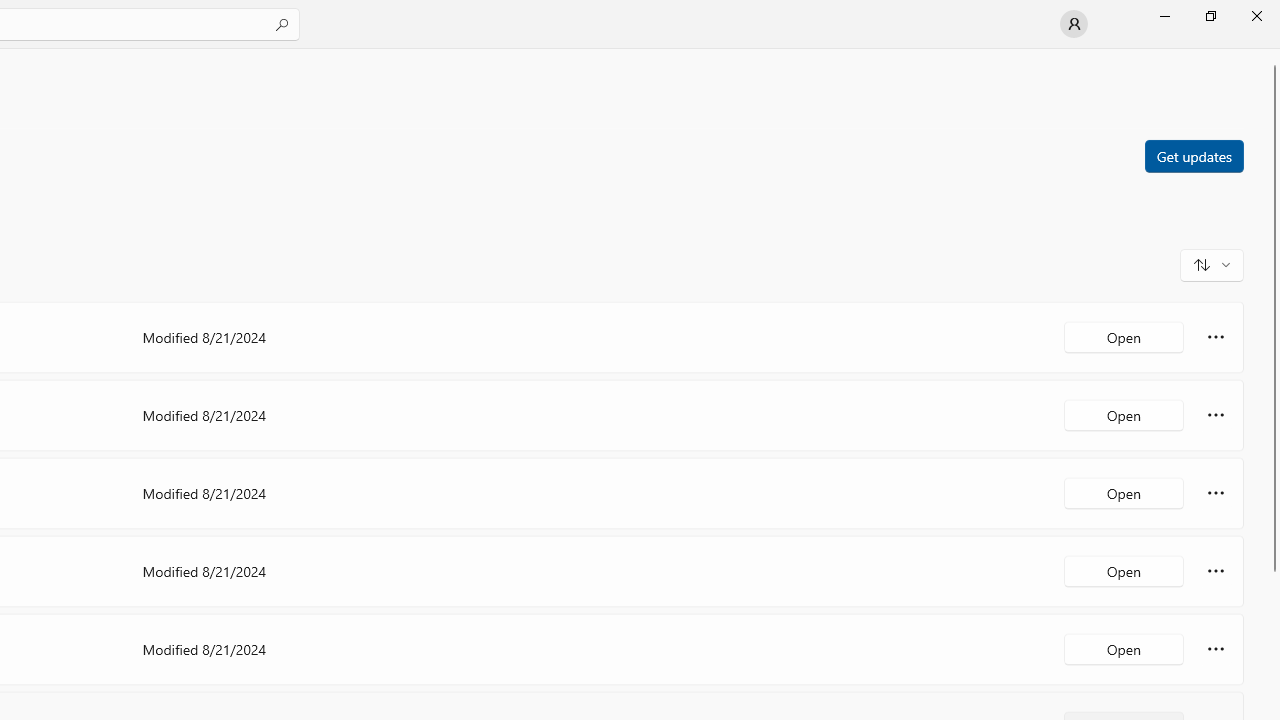 This screenshot has width=1280, height=720. What do you see at coordinates (1164, 15) in the screenshot?
I see `'Minimize Microsoft Store'` at bounding box center [1164, 15].